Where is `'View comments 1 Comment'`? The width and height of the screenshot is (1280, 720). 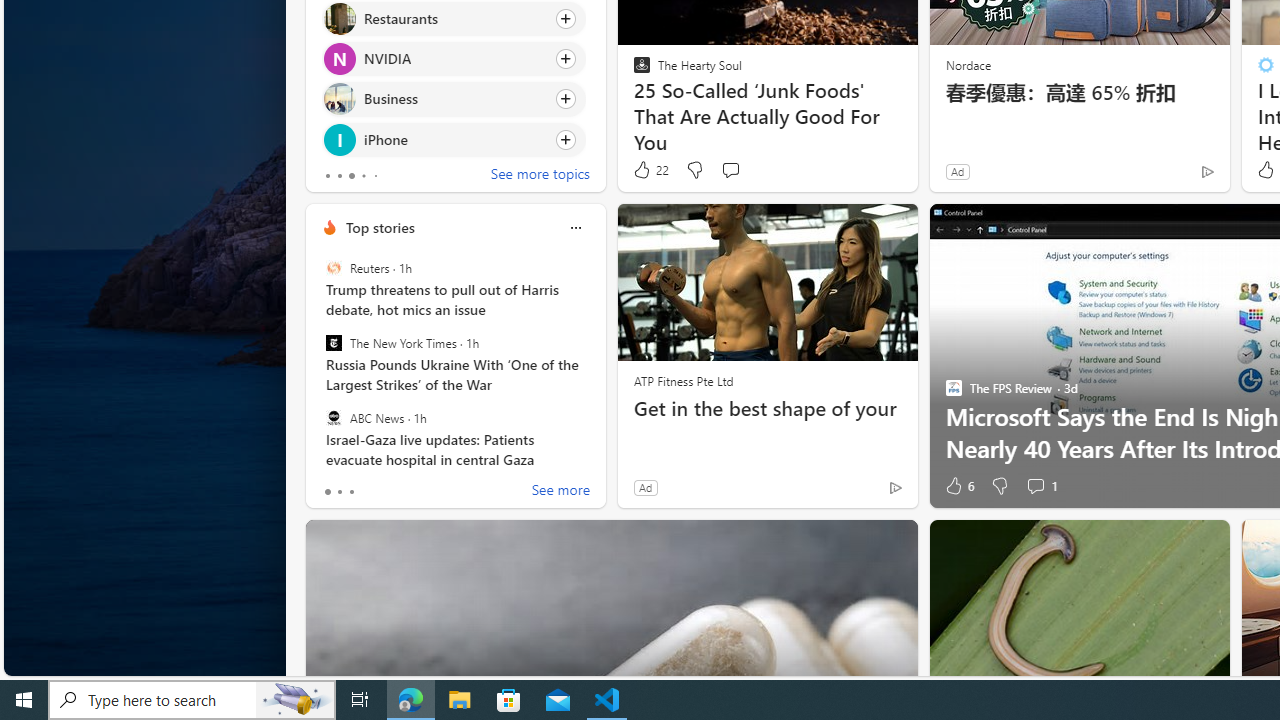
'View comments 1 Comment' is located at coordinates (1035, 486).